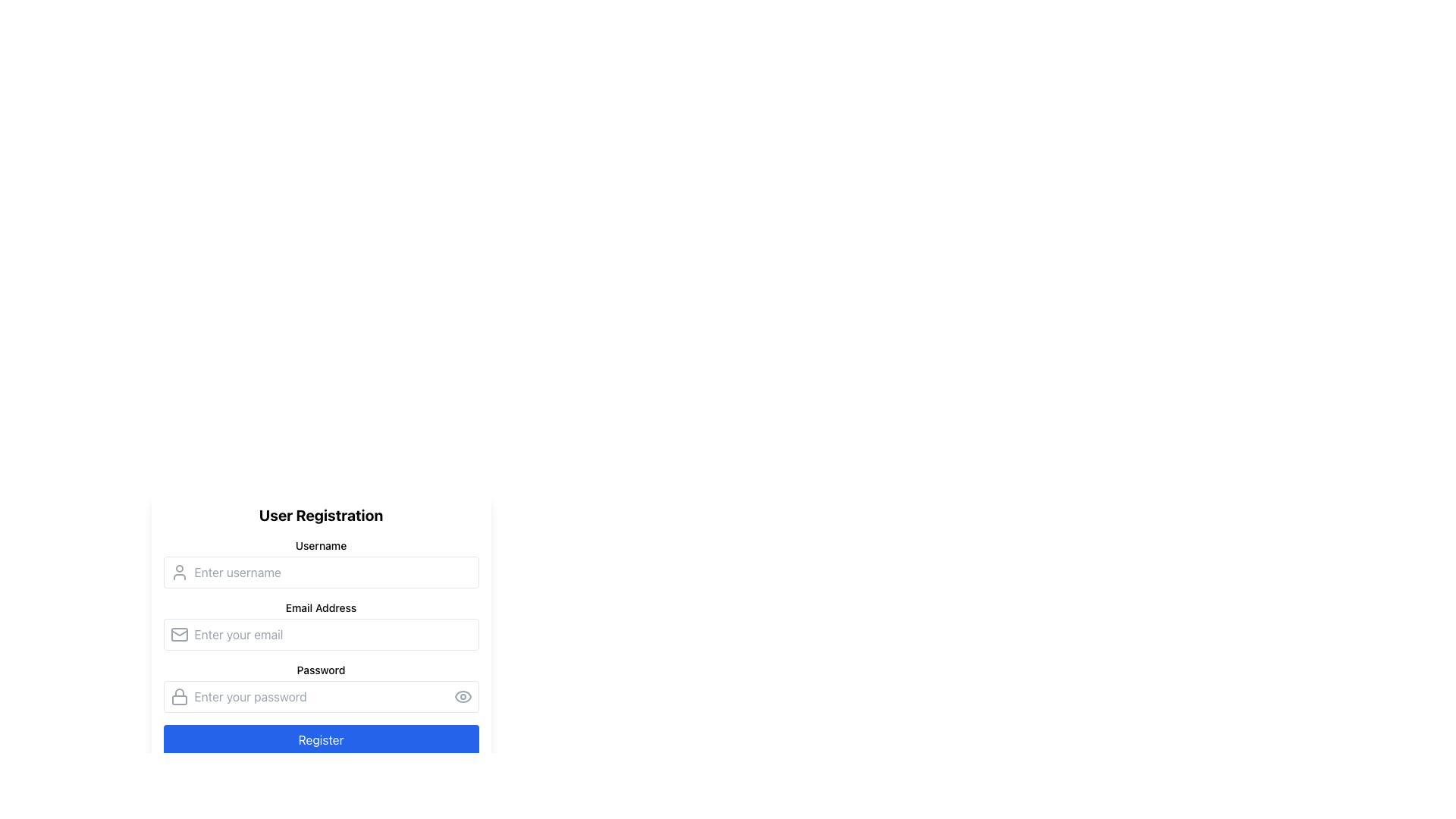 The image size is (1456, 819). I want to click on the user profile icon located to the left of the 'Enter username' input field in the 'Username' section of the form, so click(179, 573).